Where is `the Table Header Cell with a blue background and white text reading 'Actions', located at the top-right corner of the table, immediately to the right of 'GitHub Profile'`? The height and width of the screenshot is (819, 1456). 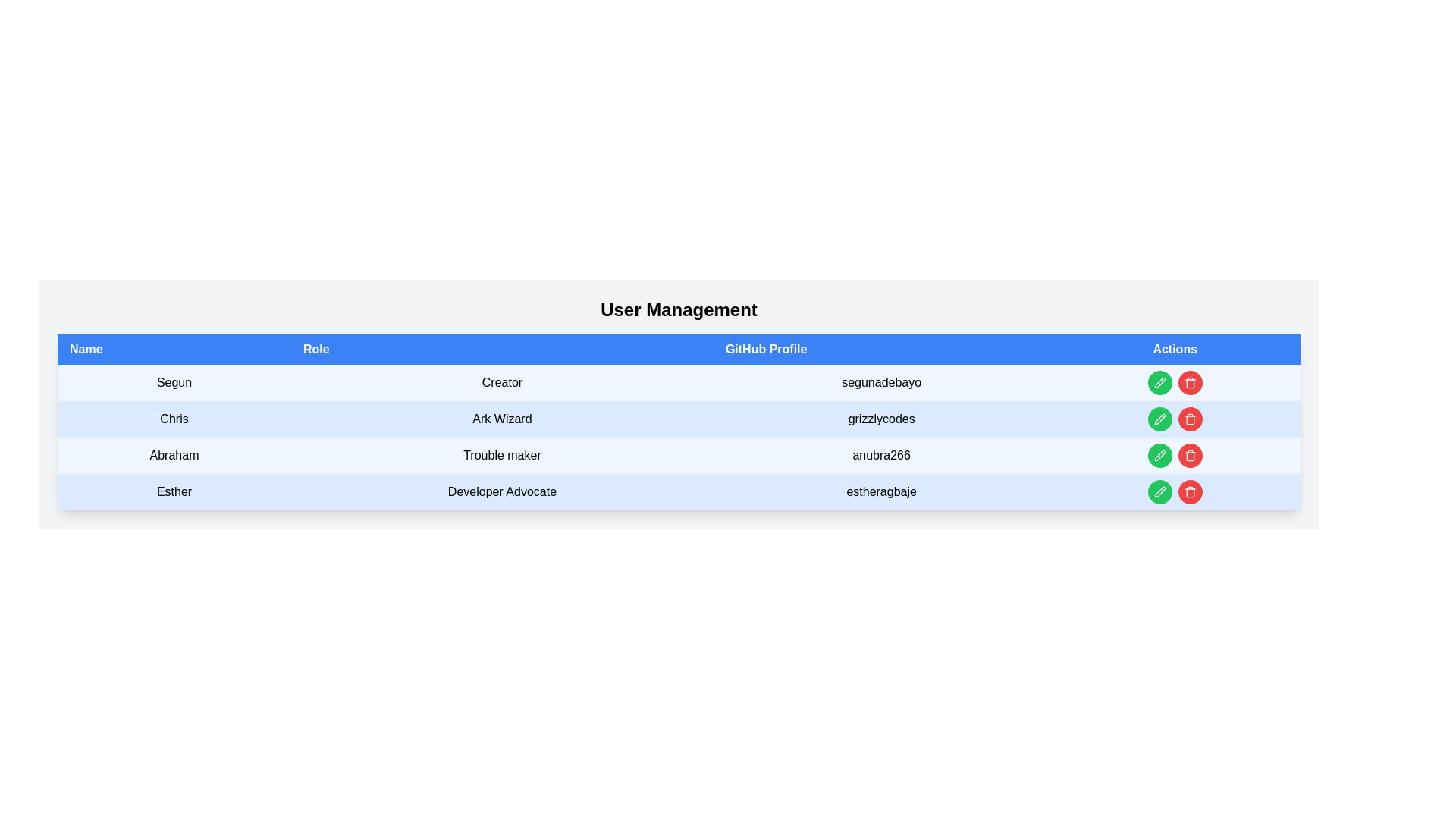
the Table Header Cell with a blue background and white text reading 'Actions', located at the top-right corner of the table, immediately to the right of 'GitHub Profile' is located at coordinates (1174, 350).